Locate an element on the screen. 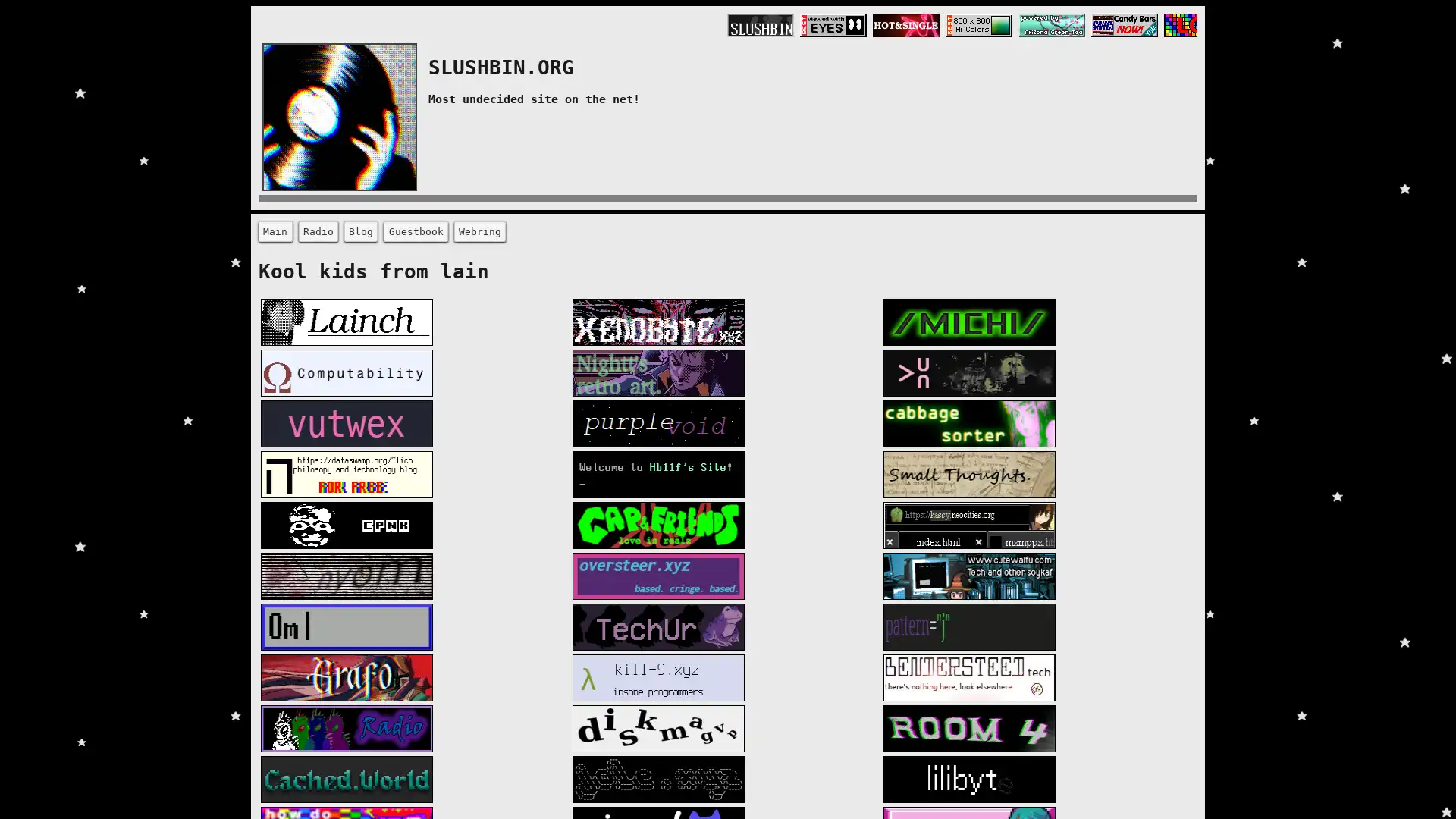 This screenshot has width=1456, height=819. Blog is located at coordinates (359, 231).